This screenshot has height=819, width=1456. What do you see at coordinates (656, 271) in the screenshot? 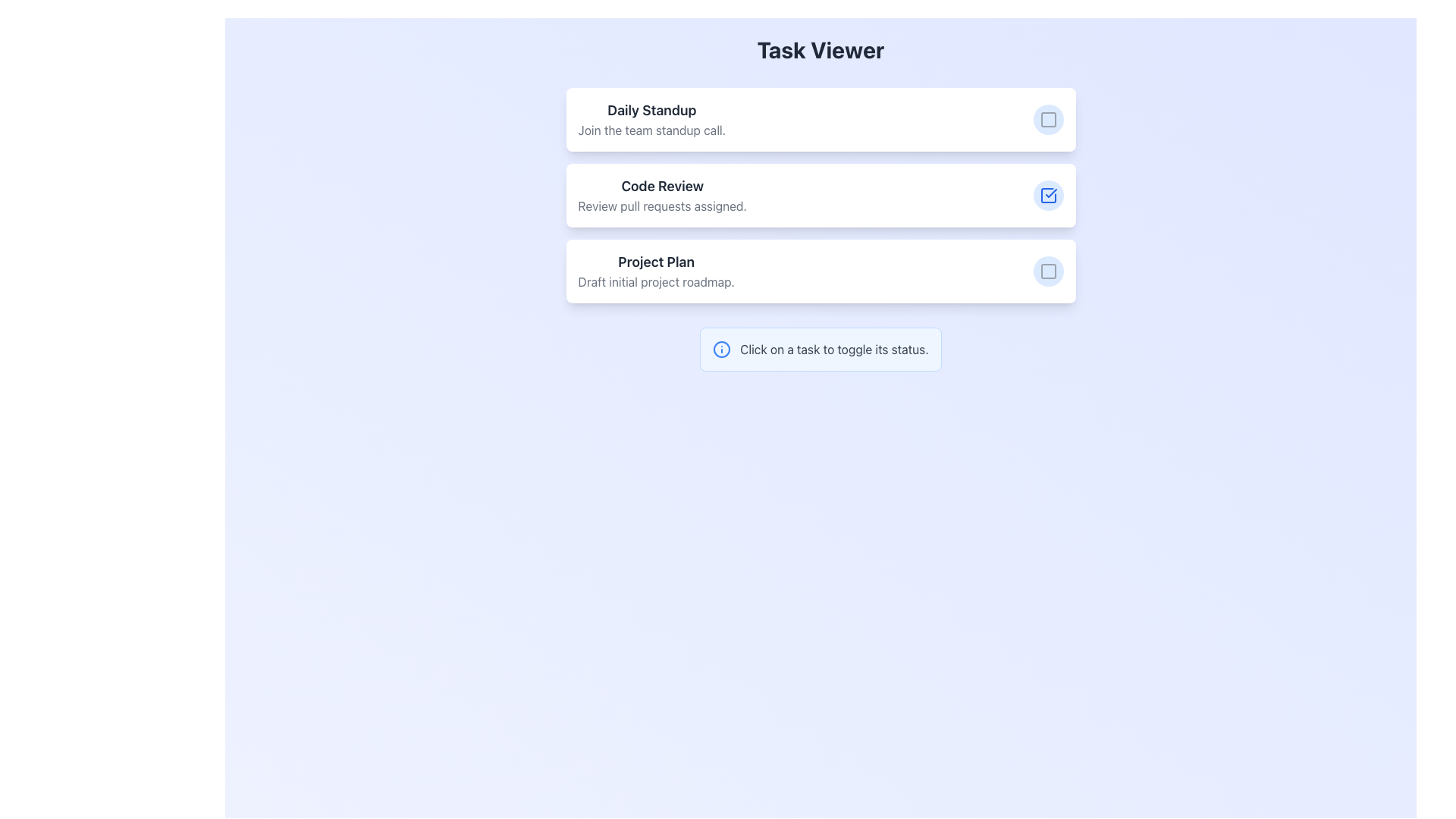
I see `the text block displaying 'Project Plan' in bold and 'Draft initial project roadmap.' below it, located in the center column of the interface, within the third task section` at bounding box center [656, 271].